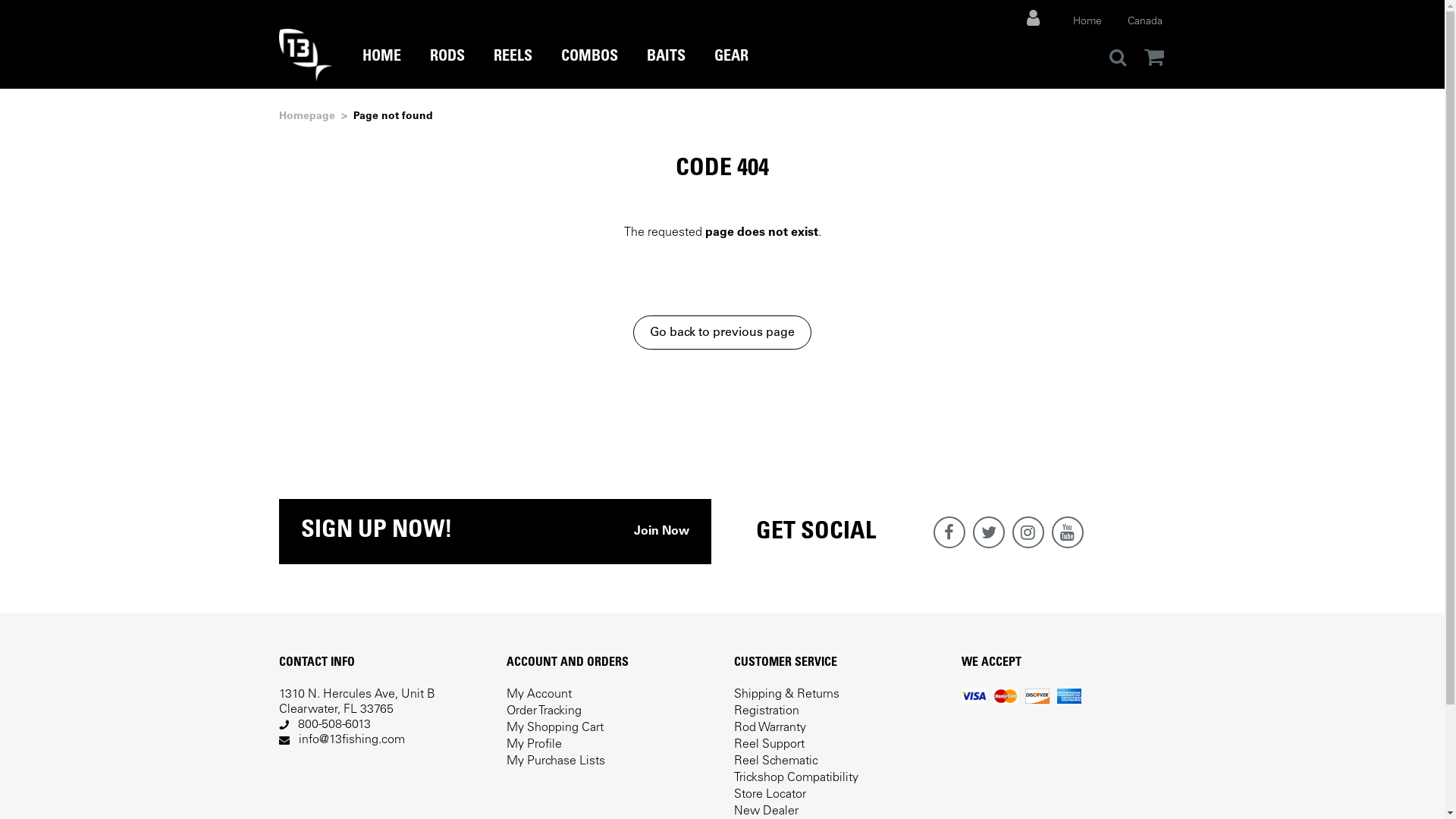  What do you see at coordinates (538, 694) in the screenshot?
I see `'My Account'` at bounding box center [538, 694].